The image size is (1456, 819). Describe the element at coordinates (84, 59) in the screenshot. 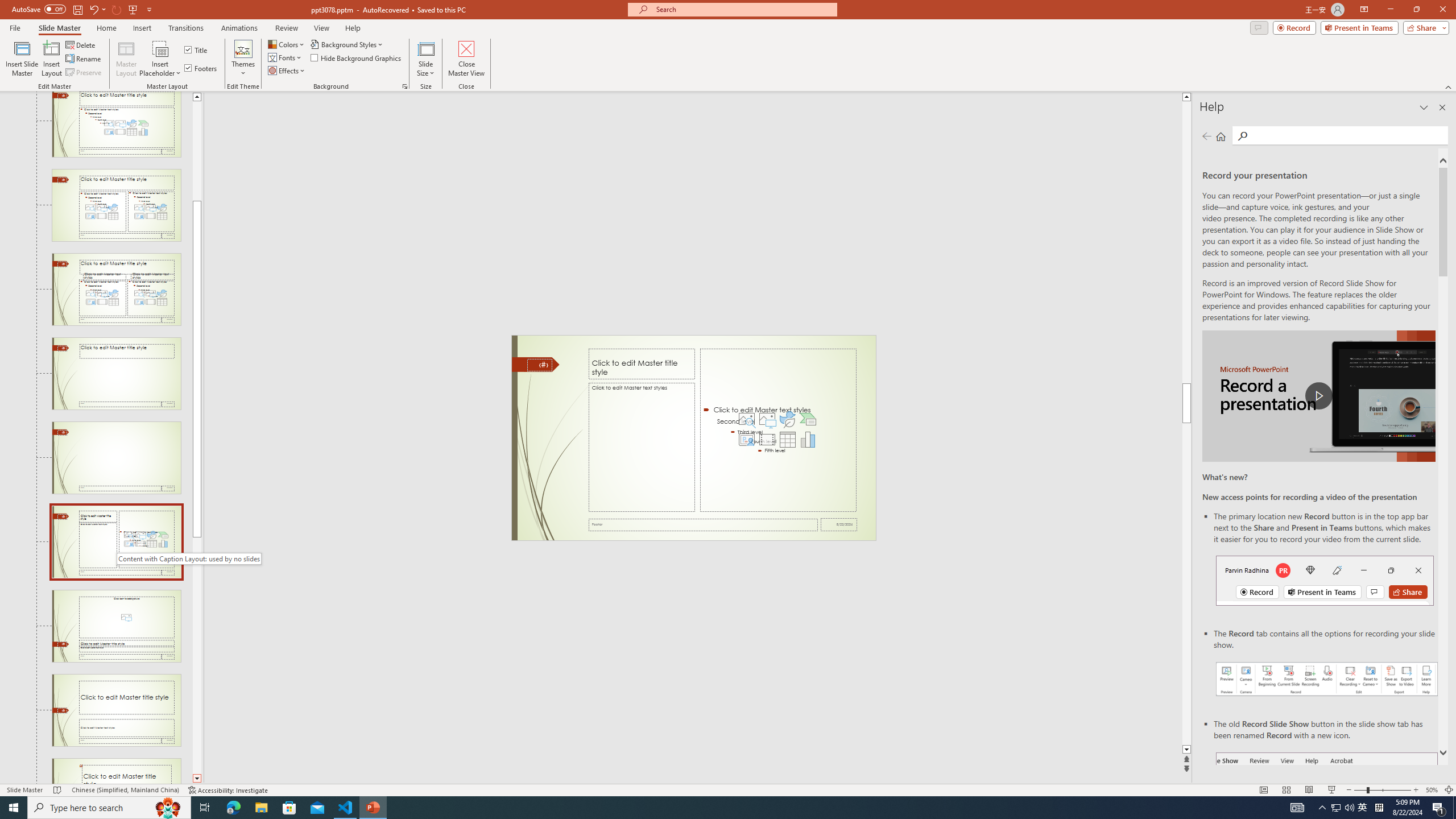

I see `'Rename'` at that location.